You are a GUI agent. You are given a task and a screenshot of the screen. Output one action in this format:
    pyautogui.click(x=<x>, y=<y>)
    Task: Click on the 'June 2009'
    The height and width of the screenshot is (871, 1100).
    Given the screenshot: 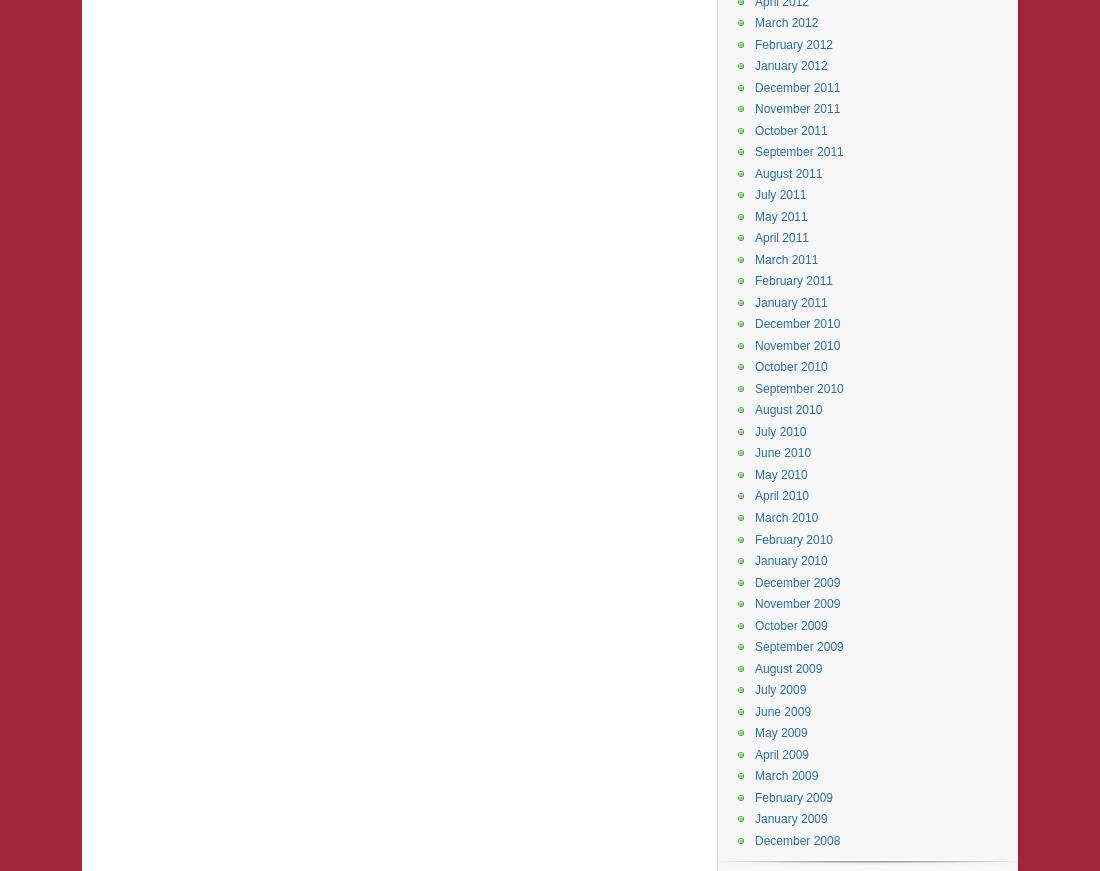 What is the action you would take?
    pyautogui.click(x=782, y=709)
    